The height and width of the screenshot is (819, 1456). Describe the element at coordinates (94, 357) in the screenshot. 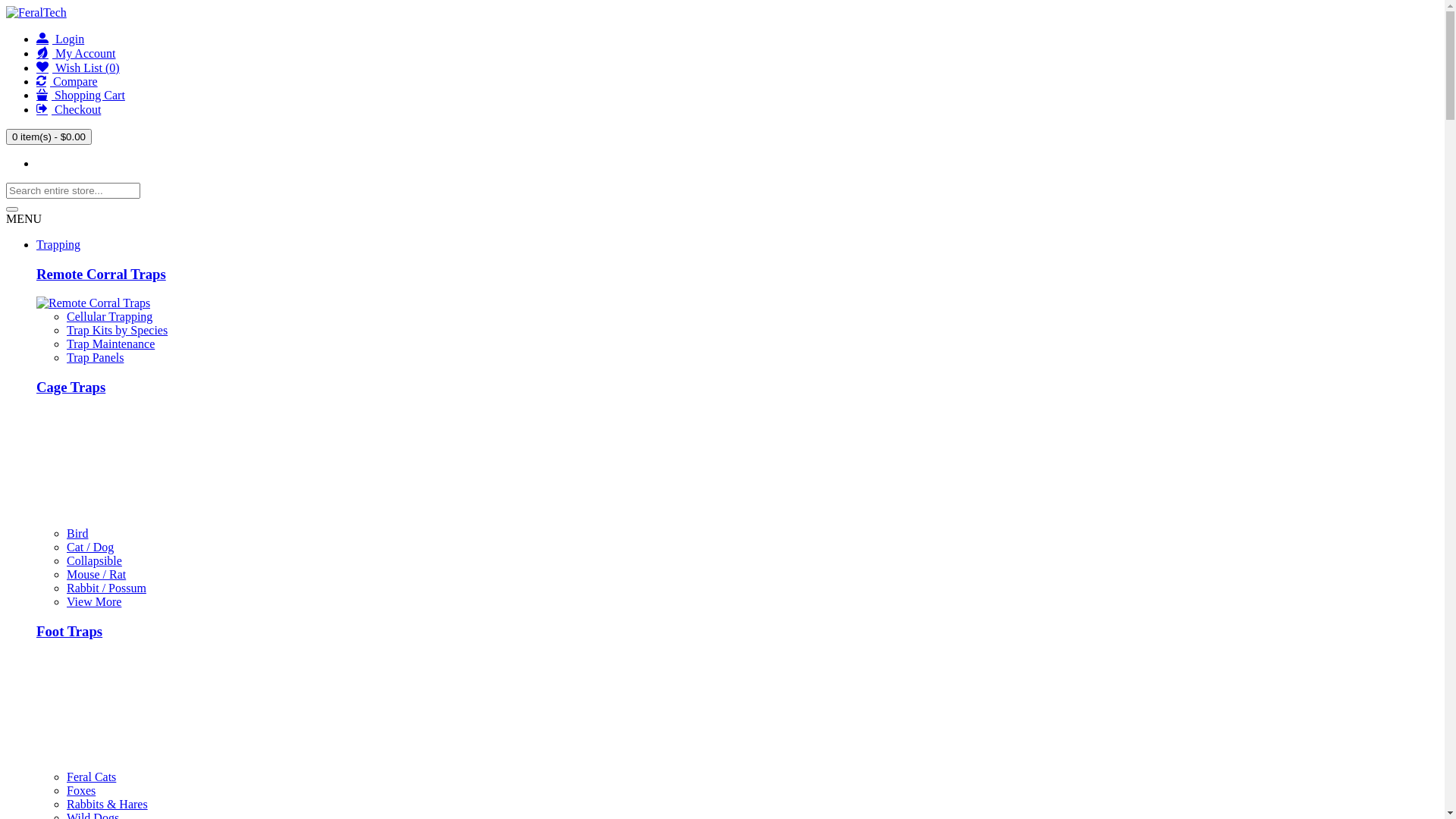

I see `'Trap Panels'` at that location.